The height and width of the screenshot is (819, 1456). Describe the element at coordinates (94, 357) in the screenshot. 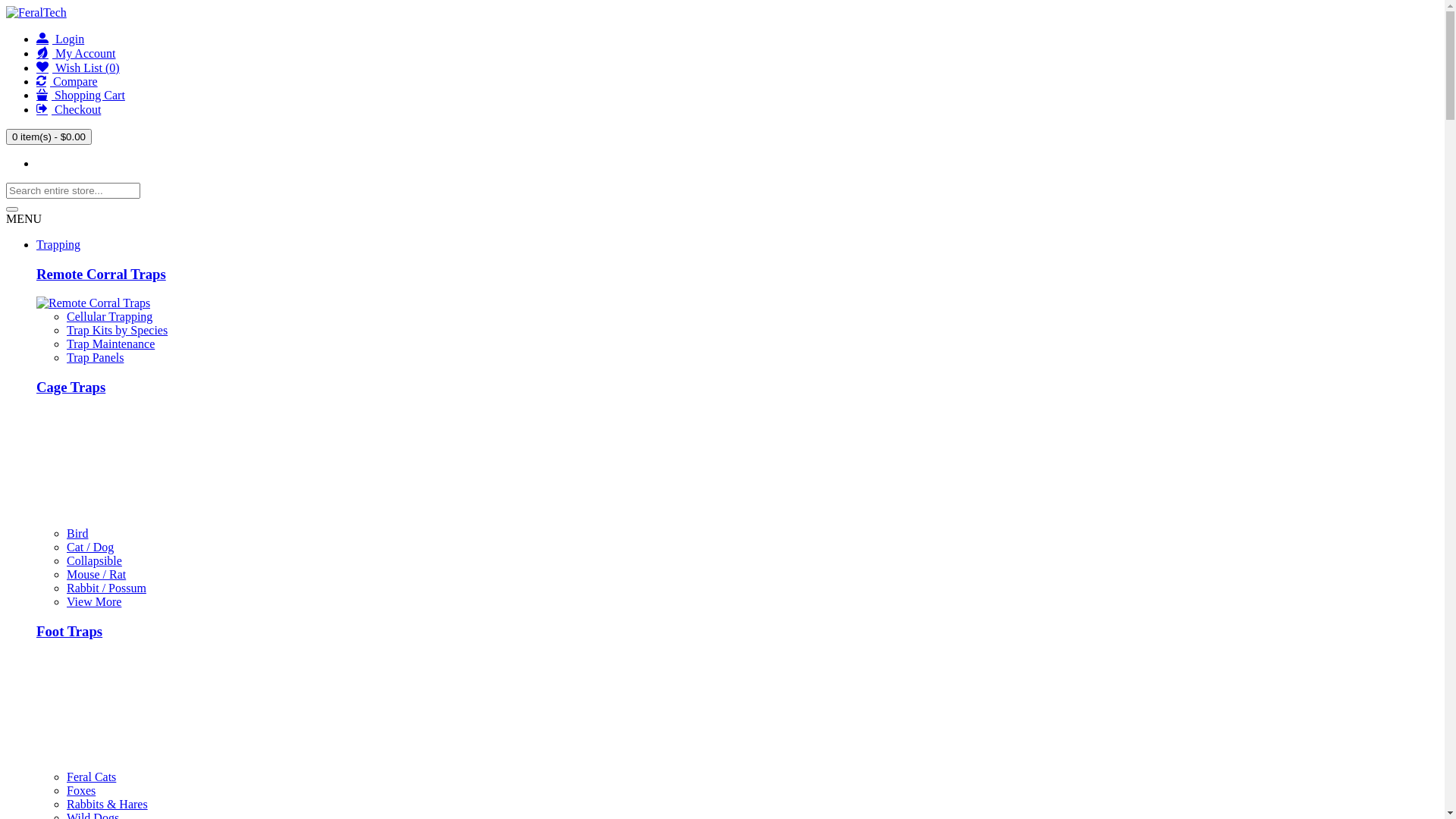

I see `'Trap Panels'` at that location.